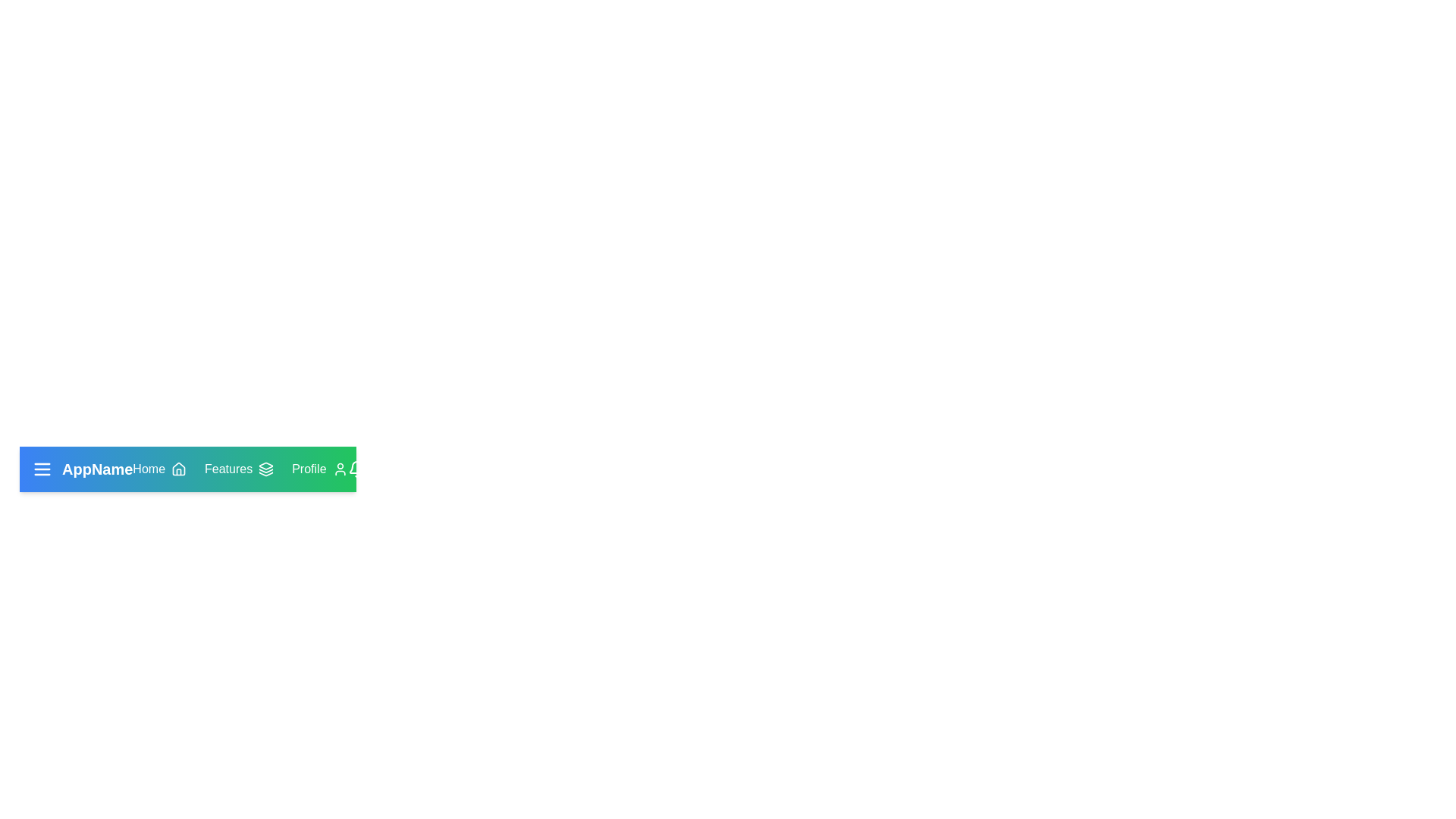 This screenshot has height=819, width=1456. Describe the element at coordinates (159, 468) in the screenshot. I see `the 'Home' button in the AppBarComponent` at that location.